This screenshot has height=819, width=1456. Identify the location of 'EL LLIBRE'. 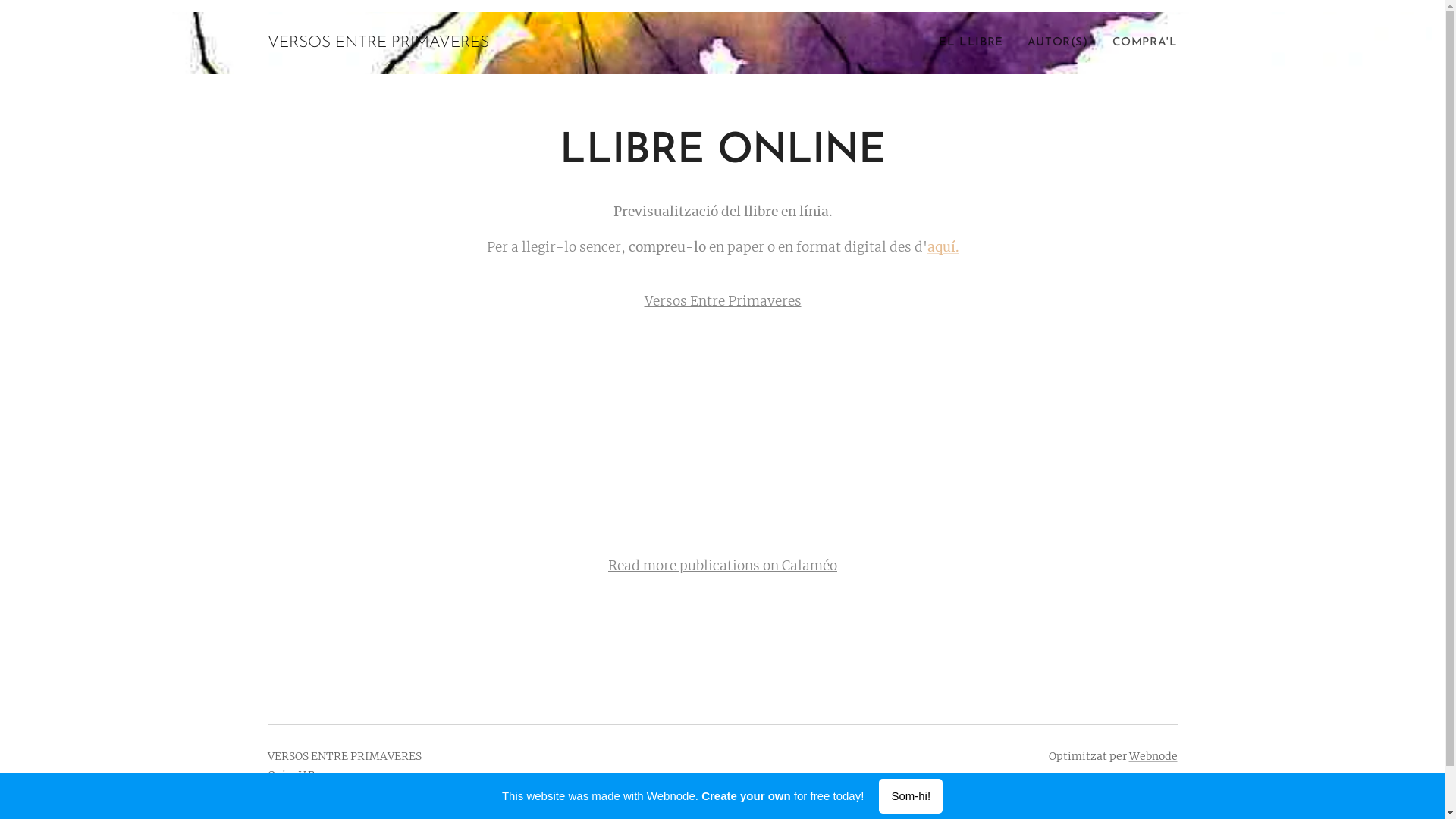
(974, 42).